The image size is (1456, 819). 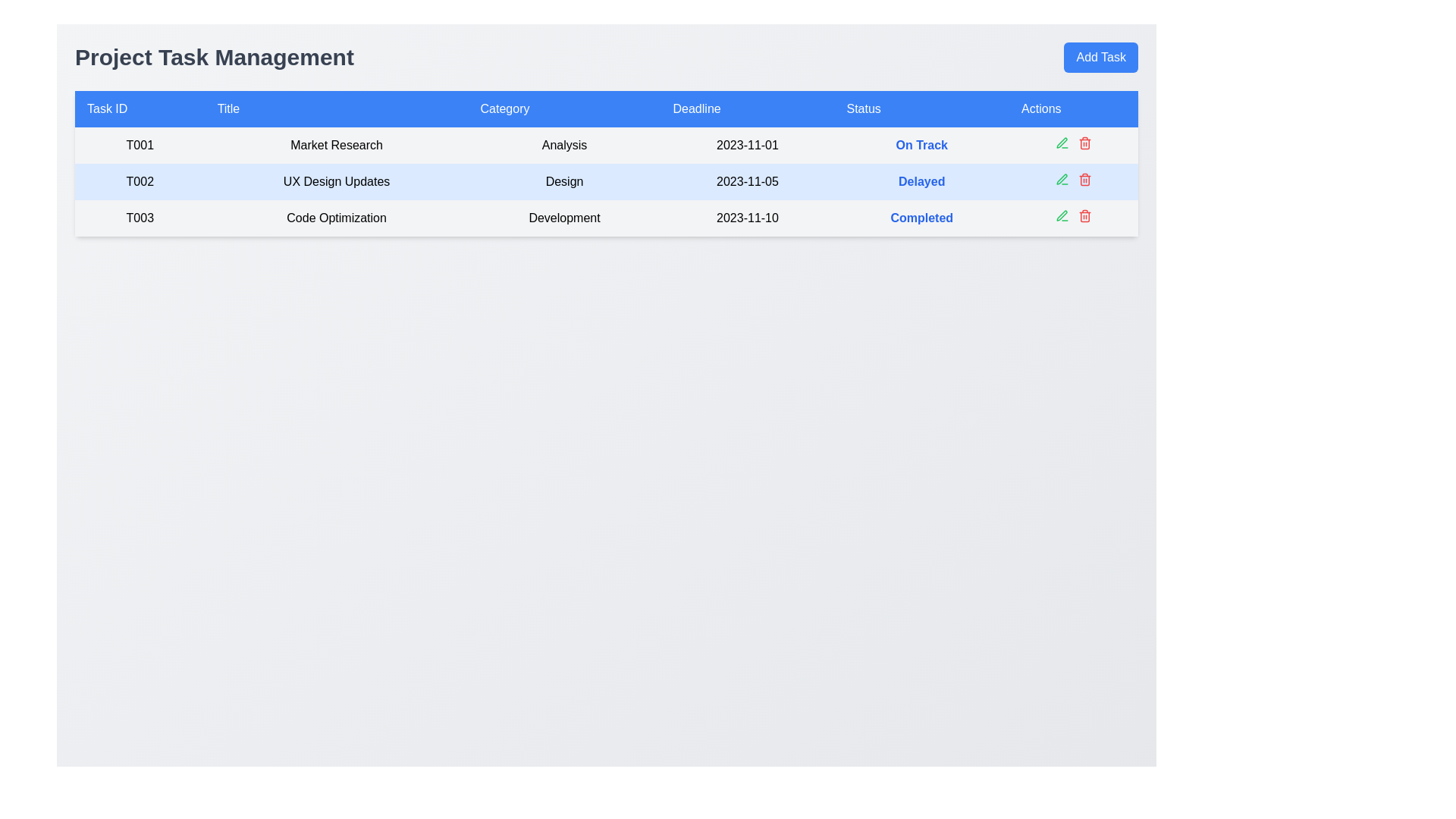 What do you see at coordinates (140, 218) in the screenshot?
I see `the text node displaying the identifier 'T003' located in the third row of the table under the 'Task ID' column` at bounding box center [140, 218].